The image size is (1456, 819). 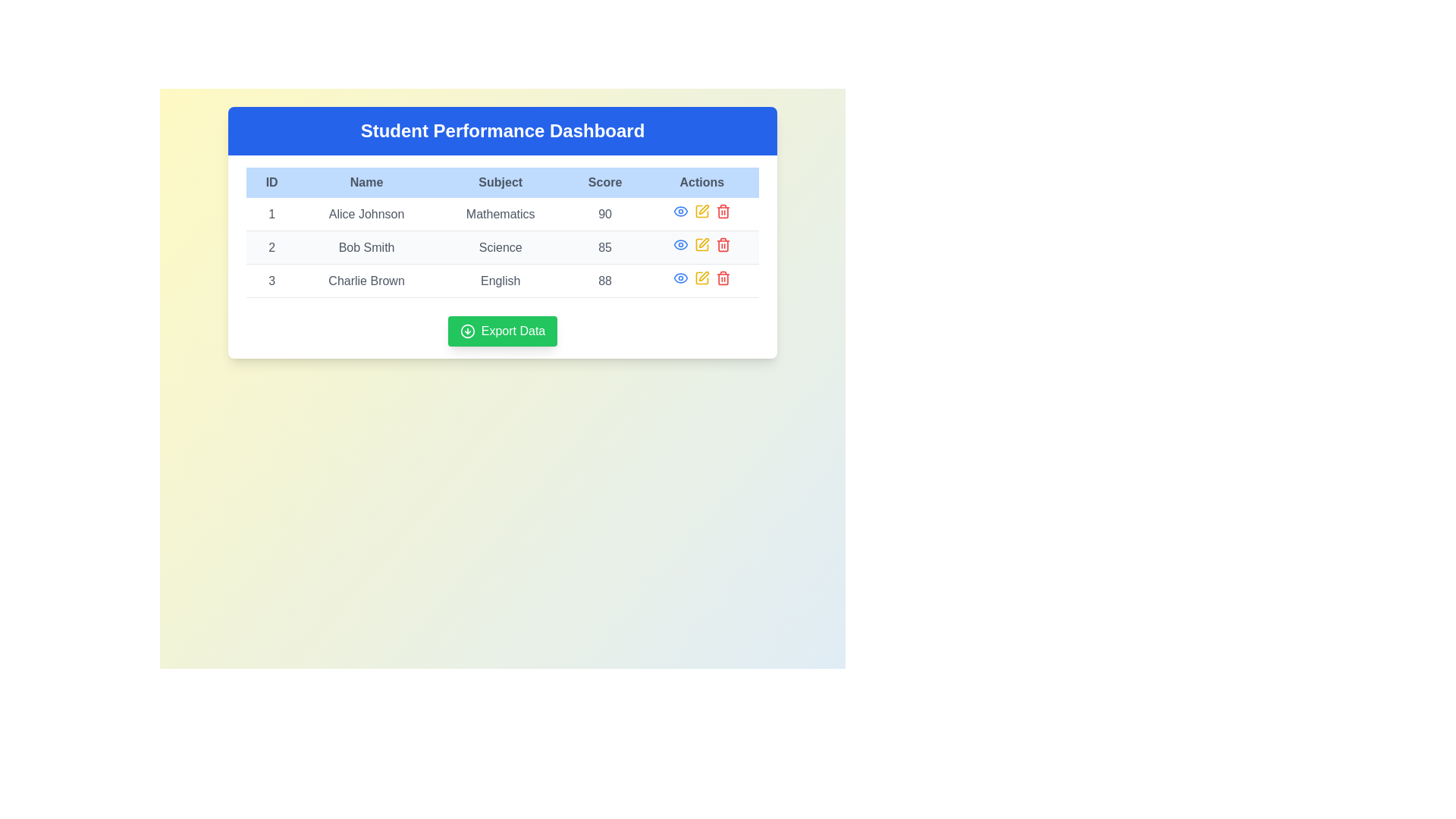 I want to click on the small yellow pencil icon in the 'Actions' column of the second row in the table to initiate editing, so click(x=701, y=244).